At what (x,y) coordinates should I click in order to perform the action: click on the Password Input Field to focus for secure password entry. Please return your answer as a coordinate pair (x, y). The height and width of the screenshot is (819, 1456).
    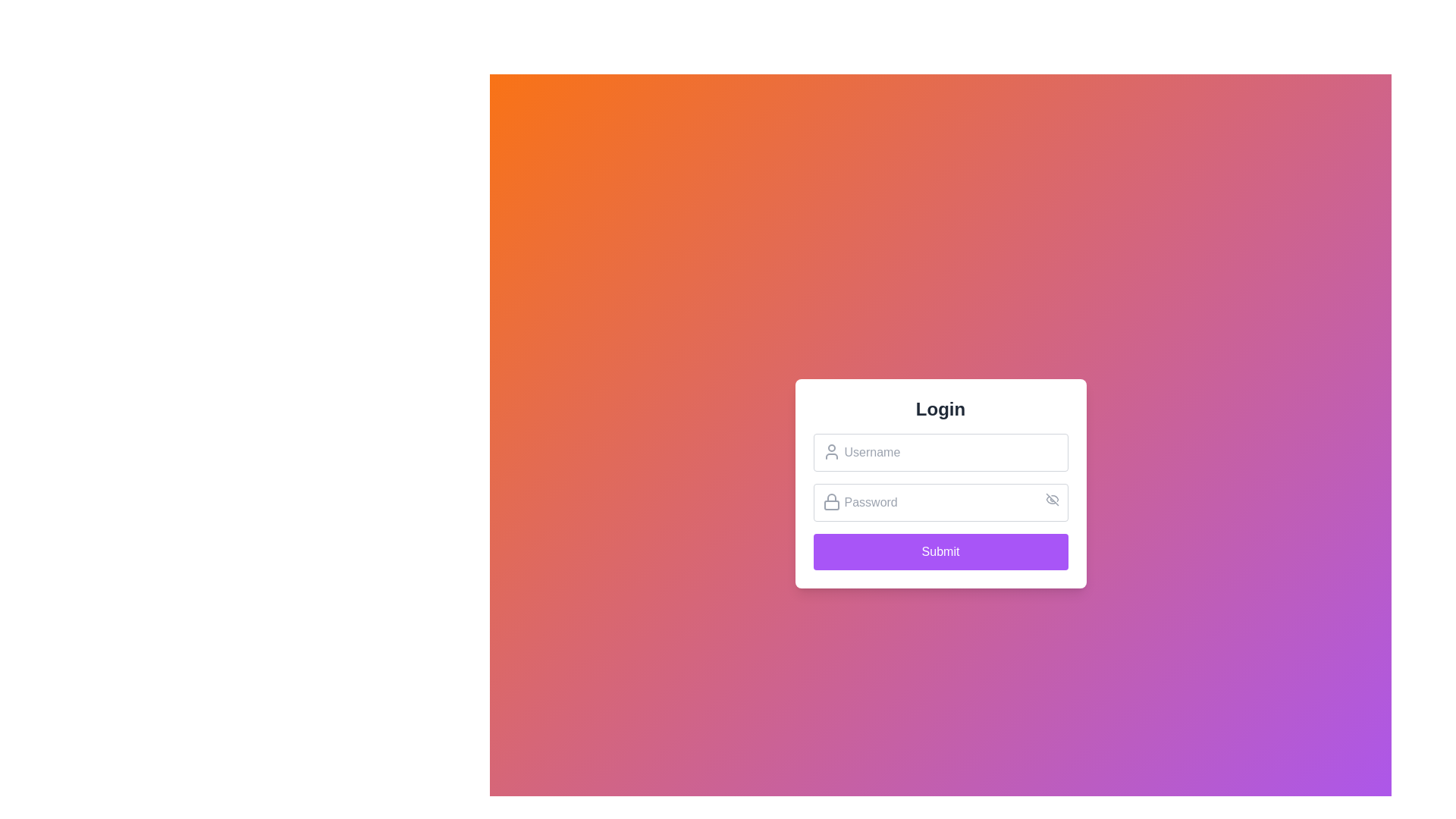
    Looking at the image, I should click on (940, 502).